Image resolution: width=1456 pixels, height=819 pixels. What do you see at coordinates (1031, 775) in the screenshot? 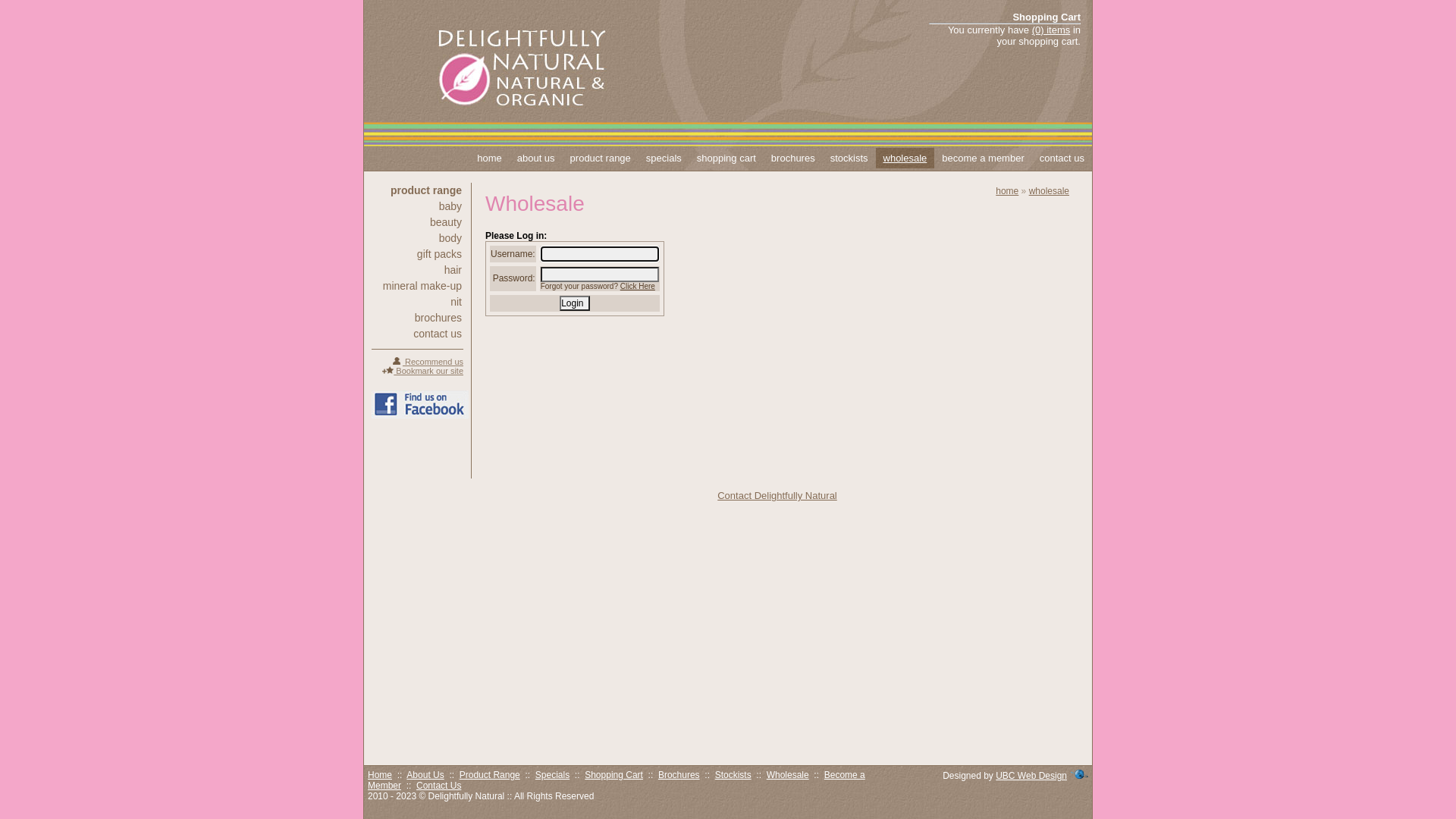
I see `'UBC Web Design'` at bounding box center [1031, 775].